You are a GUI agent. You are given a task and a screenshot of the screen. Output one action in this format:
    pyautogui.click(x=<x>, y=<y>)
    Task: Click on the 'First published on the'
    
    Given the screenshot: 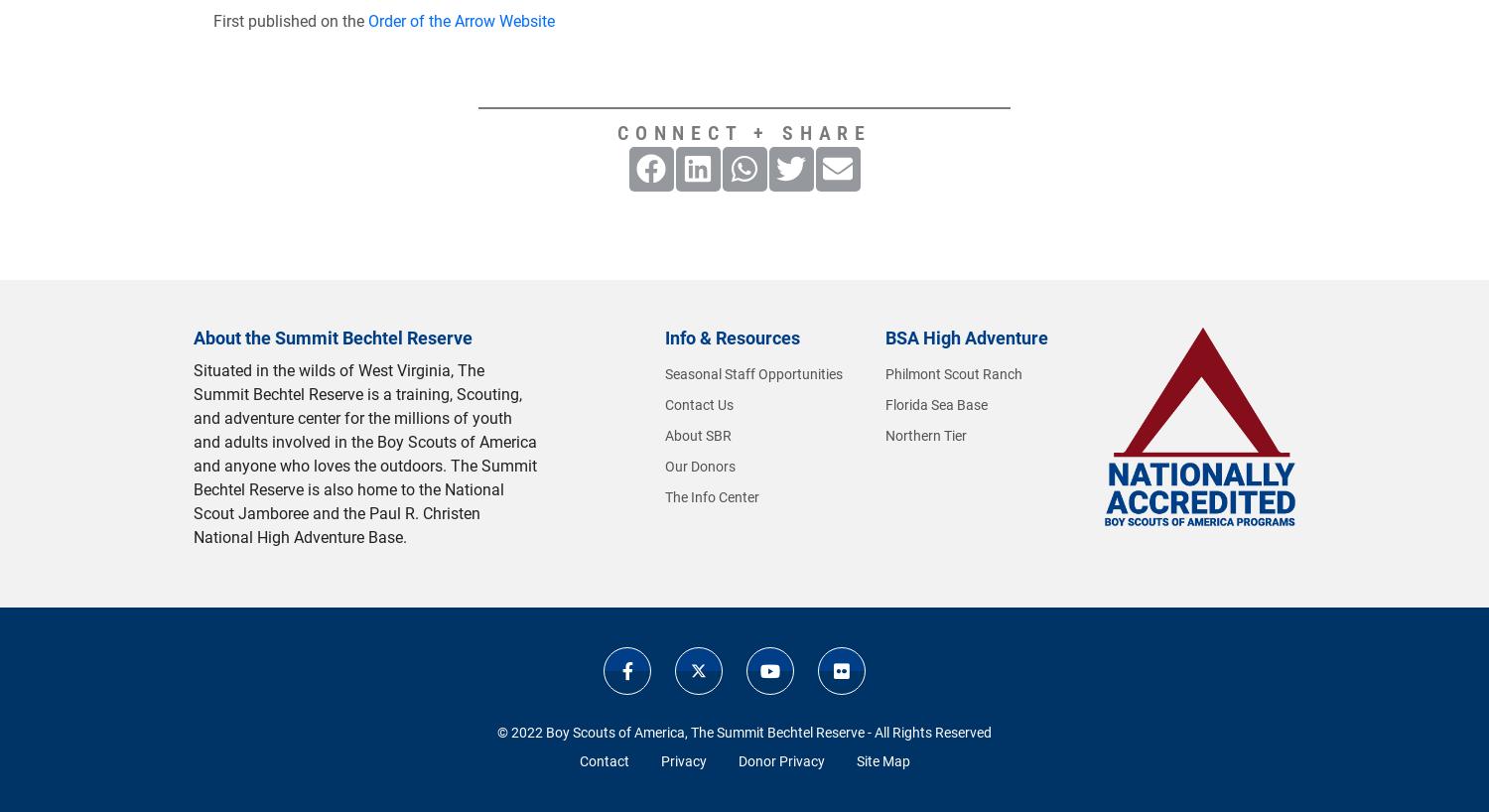 What is the action you would take?
    pyautogui.click(x=290, y=19)
    